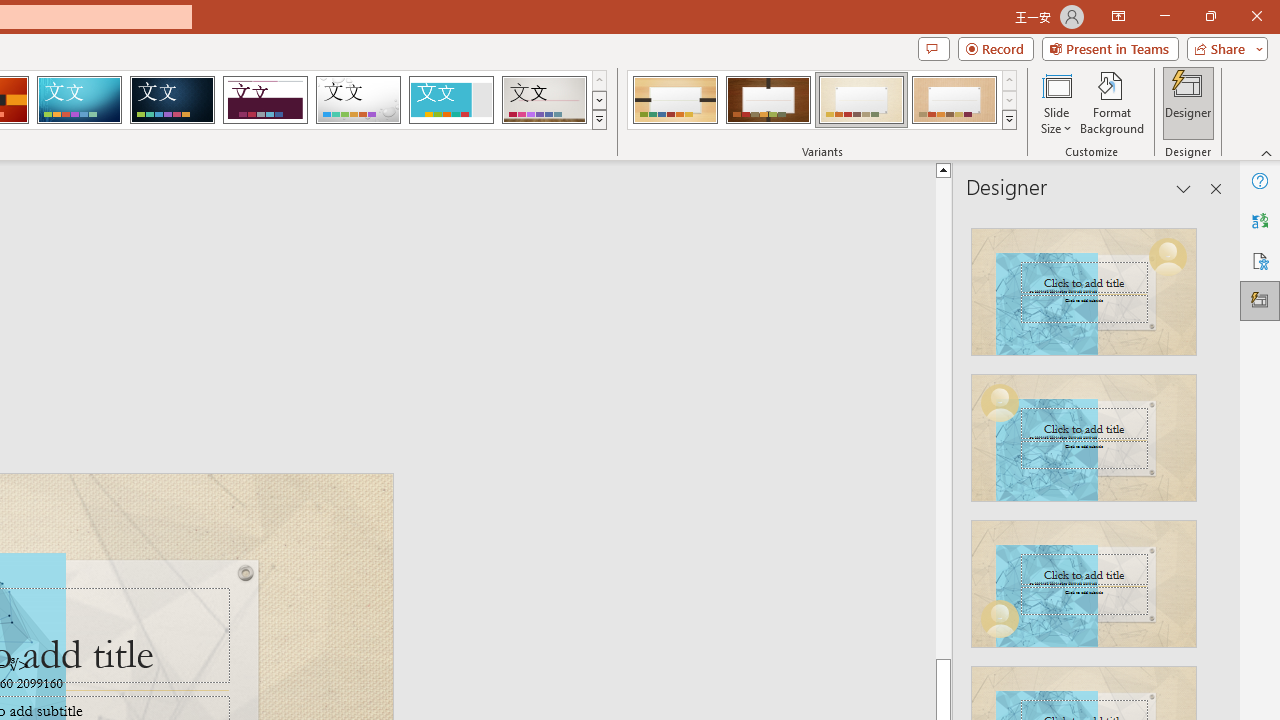 The width and height of the screenshot is (1280, 720). Describe the element at coordinates (79, 100) in the screenshot. I see `'Circuit'` at that location.